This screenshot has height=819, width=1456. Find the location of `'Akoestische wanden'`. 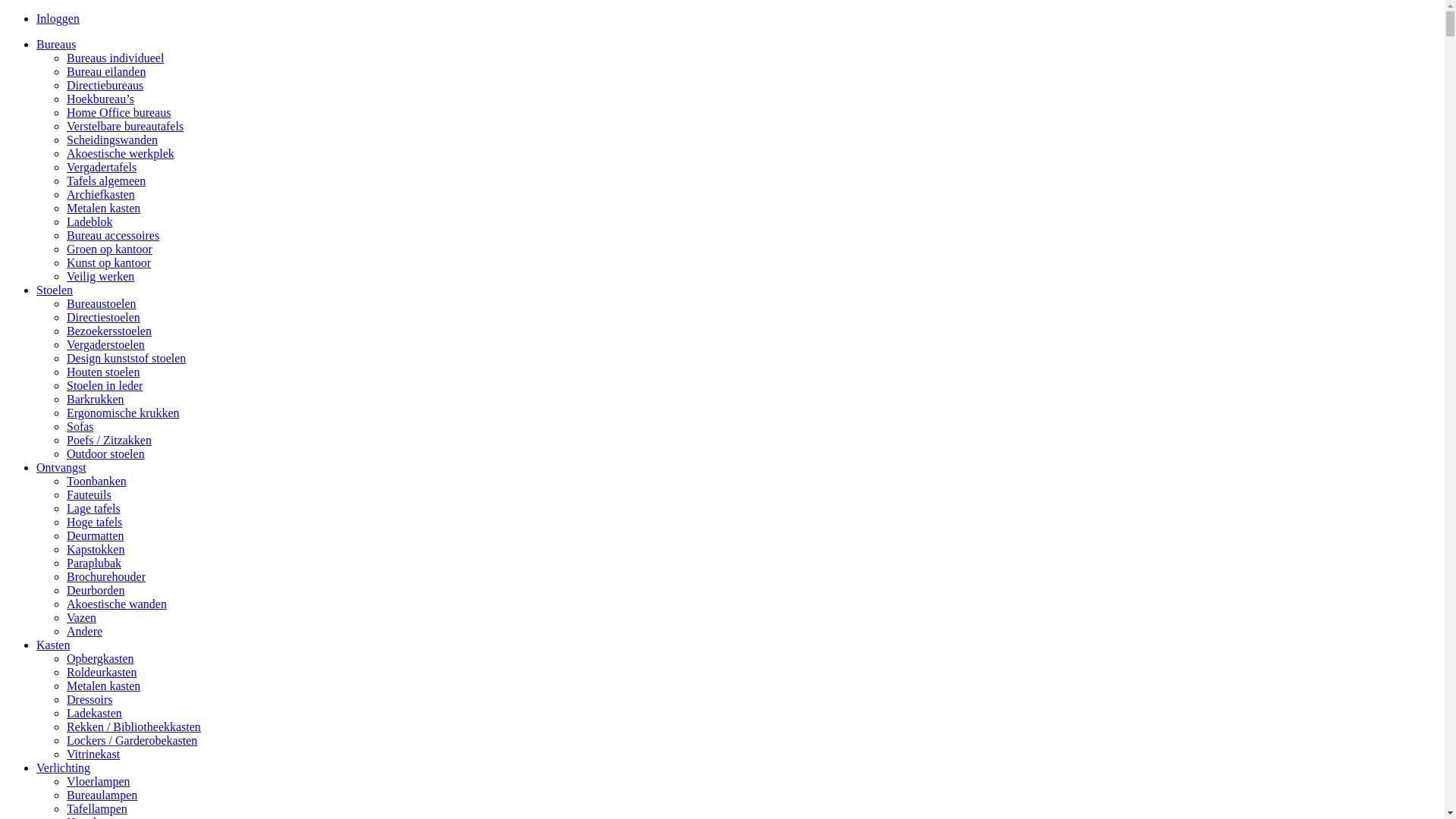

'Akoestische wanden' is located at coordinates (115, 603).